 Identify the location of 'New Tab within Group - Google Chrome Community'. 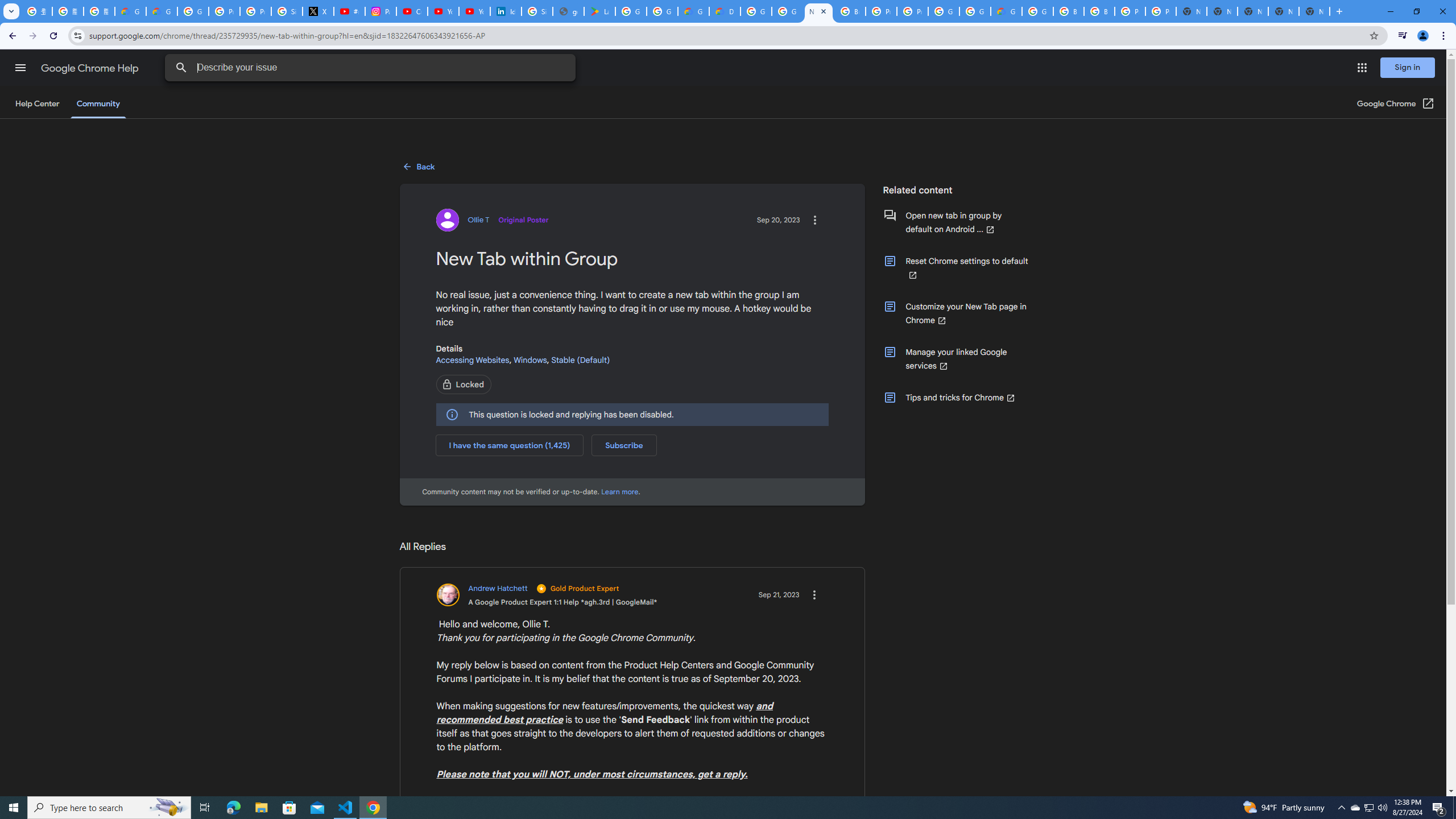
(818, 11).